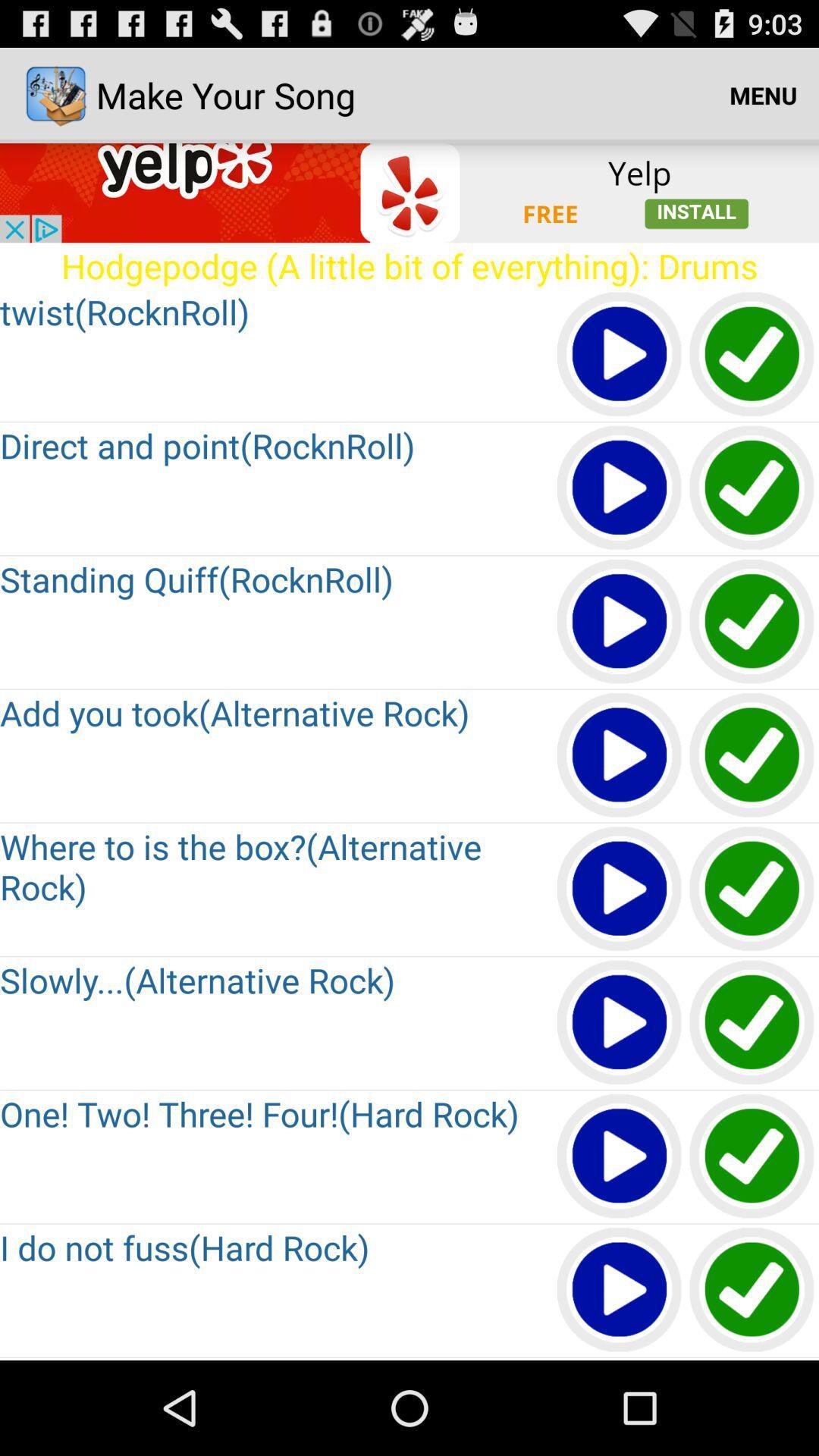 The width and height of the screenshot is (819, 1456). What do you see at coordinates (620, 488) in the screenshot?
I see `audio` at bounding box center [620, 488].